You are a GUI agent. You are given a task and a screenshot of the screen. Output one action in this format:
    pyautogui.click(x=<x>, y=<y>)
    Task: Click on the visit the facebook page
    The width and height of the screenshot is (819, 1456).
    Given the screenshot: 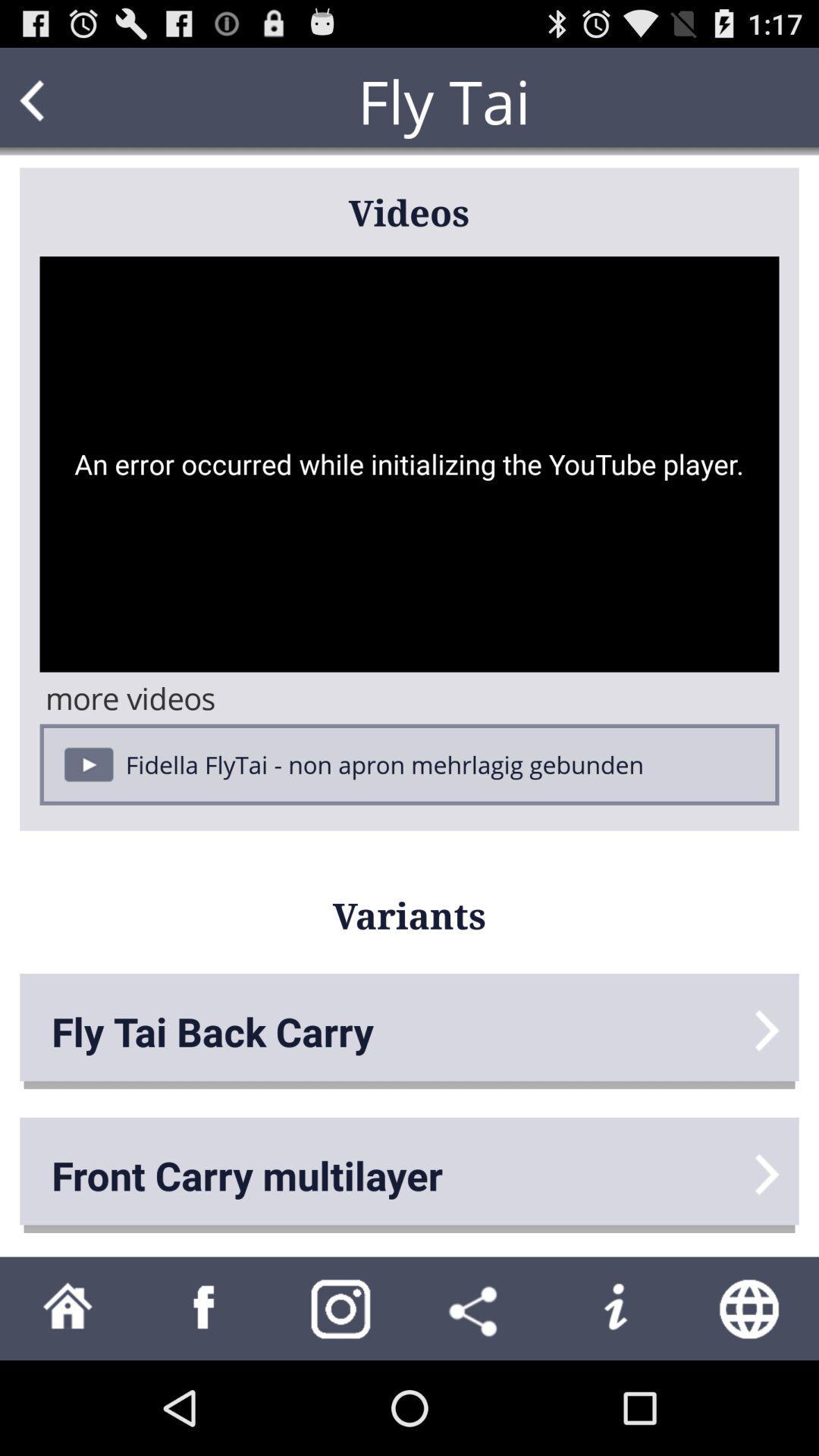 What is the action you would take?
    pyautogui.click(x=205, y=1307)
    